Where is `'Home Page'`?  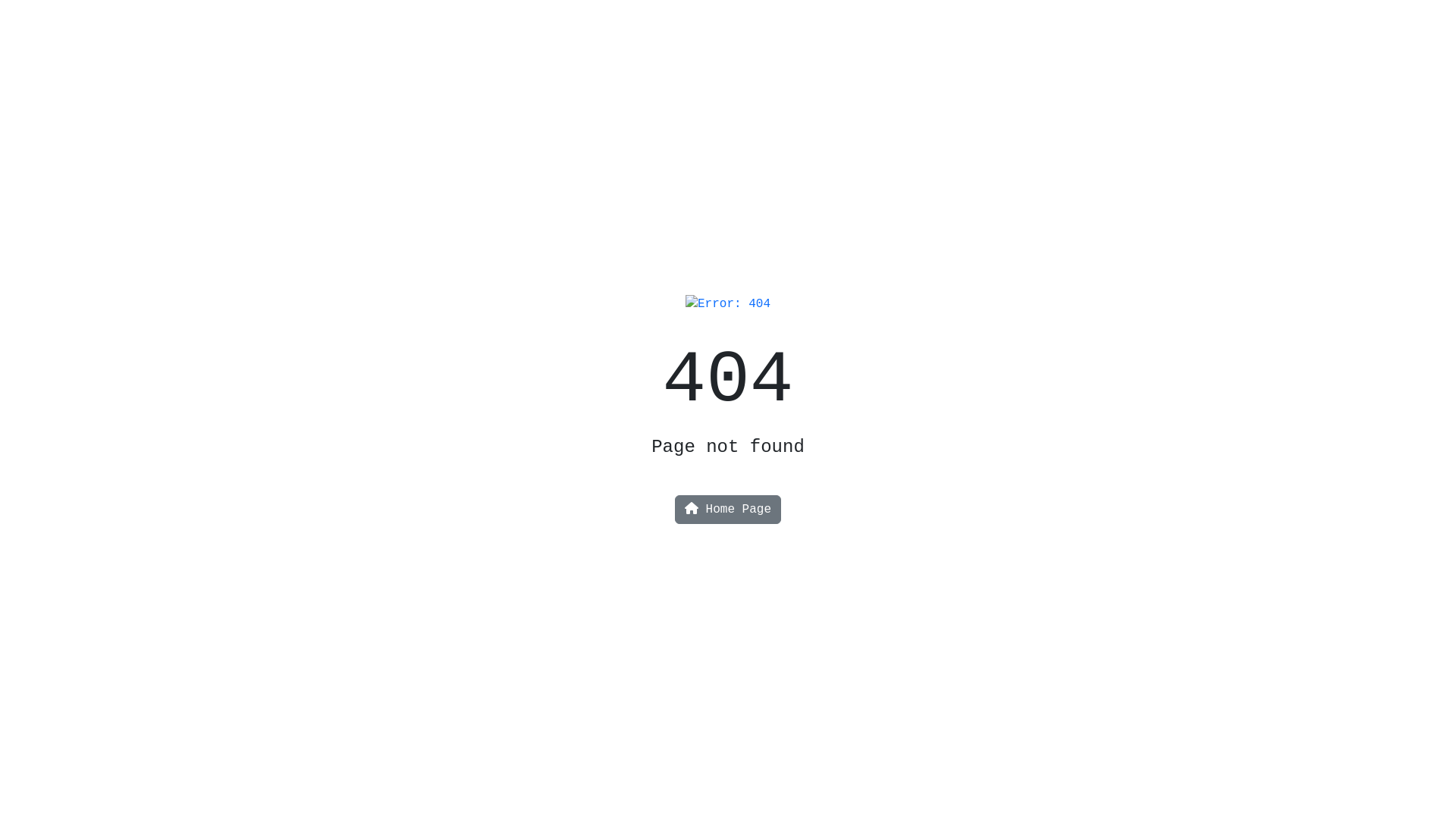 'Home Page' is located at coordinates (728, 509).